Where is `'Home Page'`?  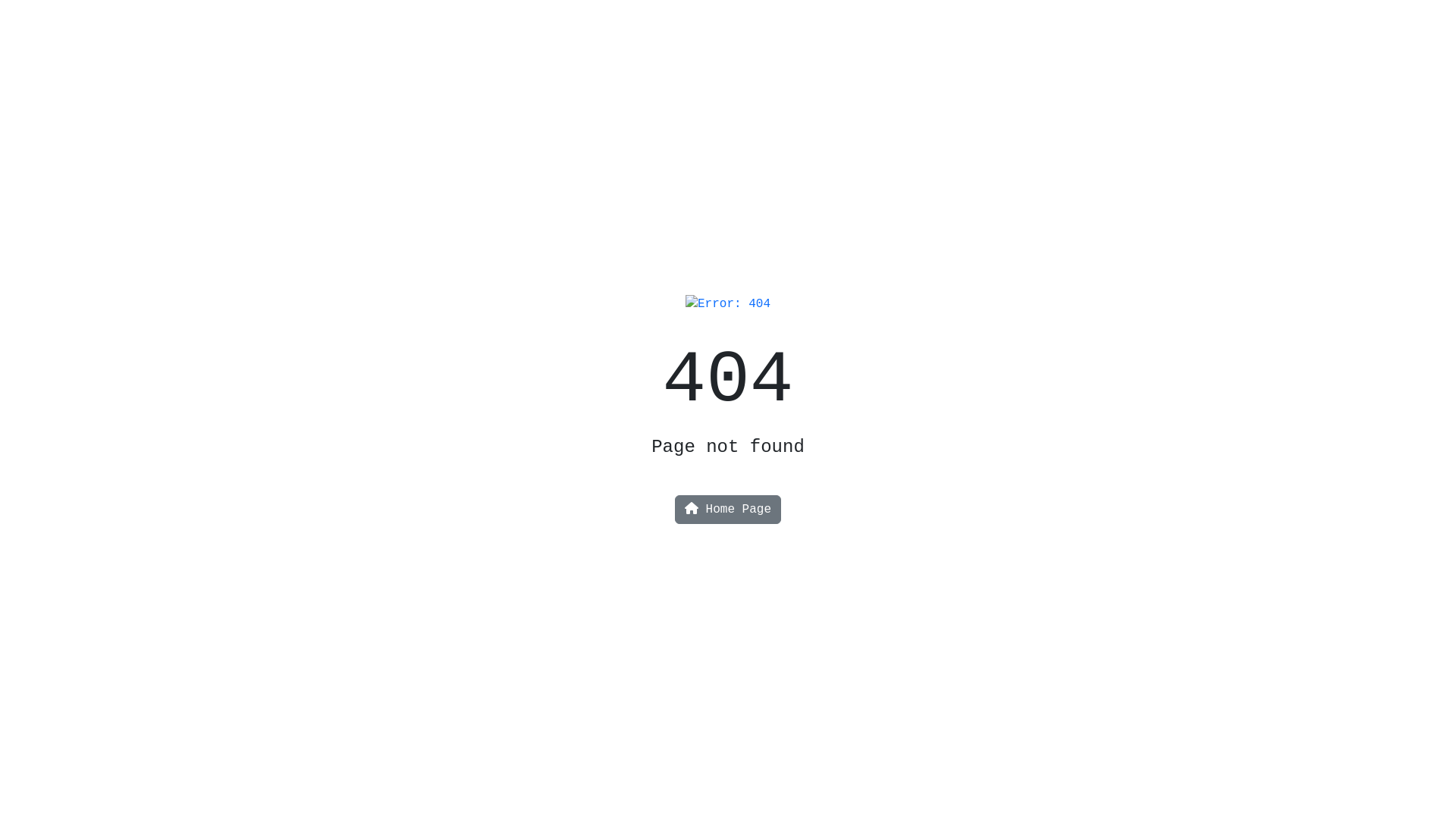 'Home Page' is located at coordinates (728, 509).